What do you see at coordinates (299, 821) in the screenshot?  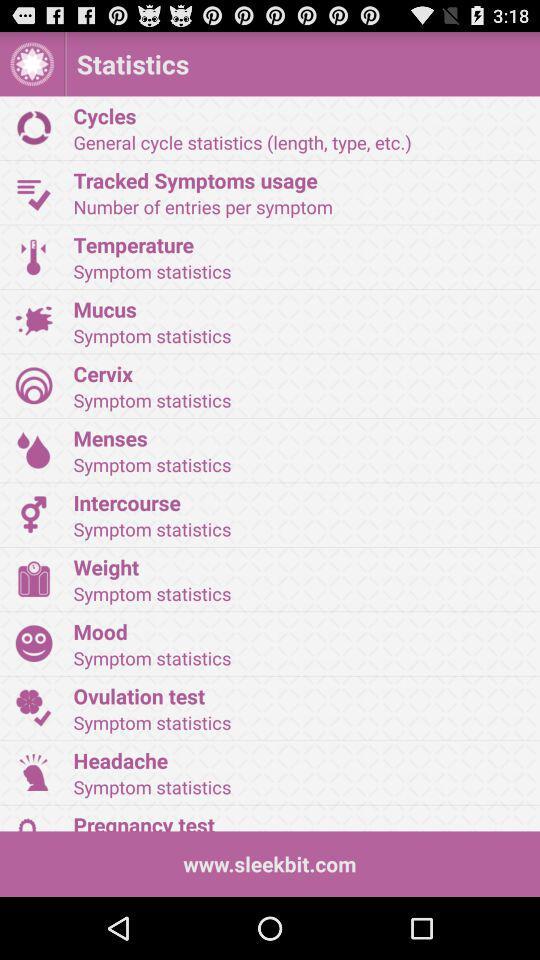 I see `the app below symptom statistics icon` at bounding box center [299, 821].